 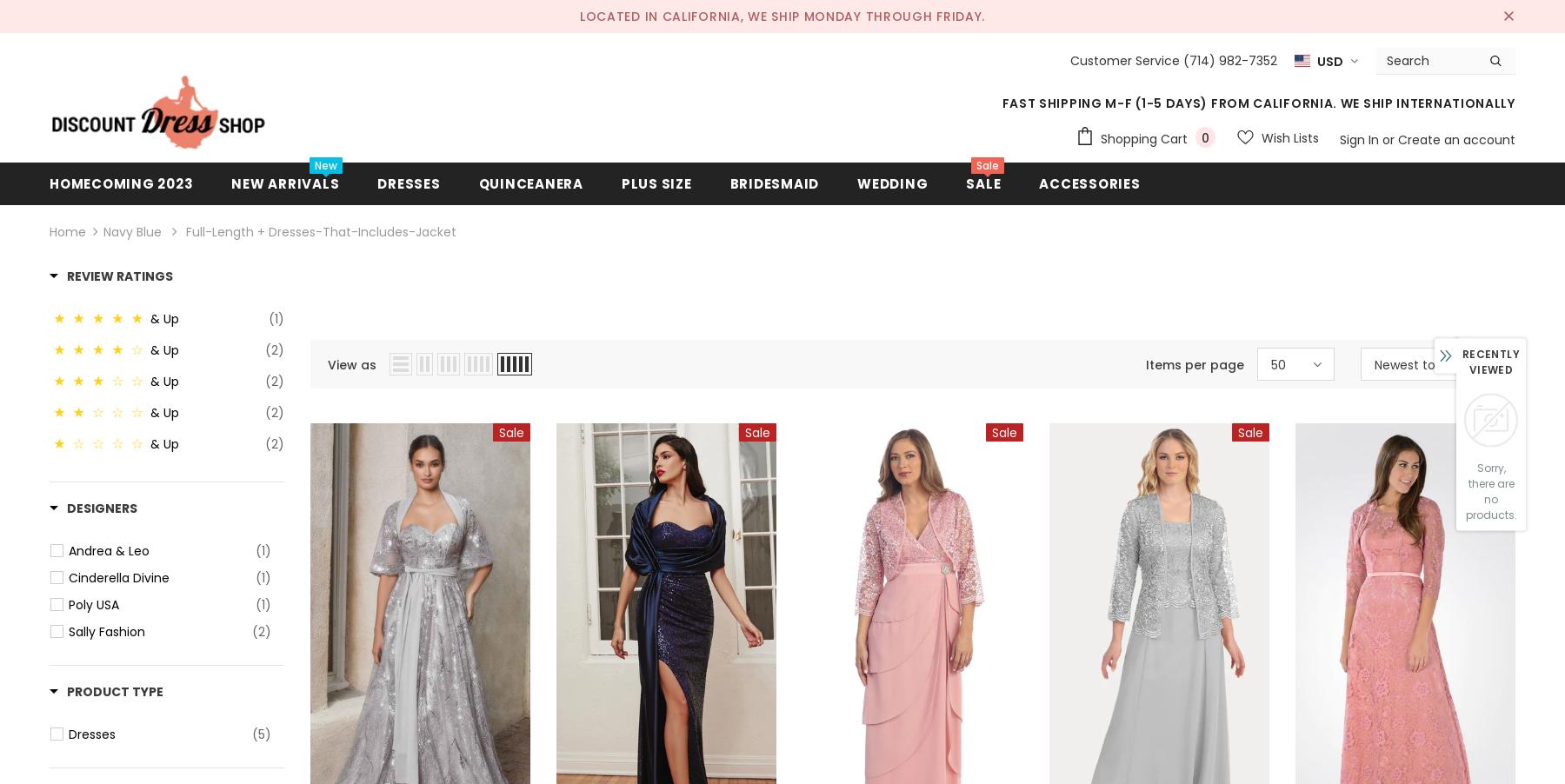 I want to click on '(5)', so click(x=250, y=734).